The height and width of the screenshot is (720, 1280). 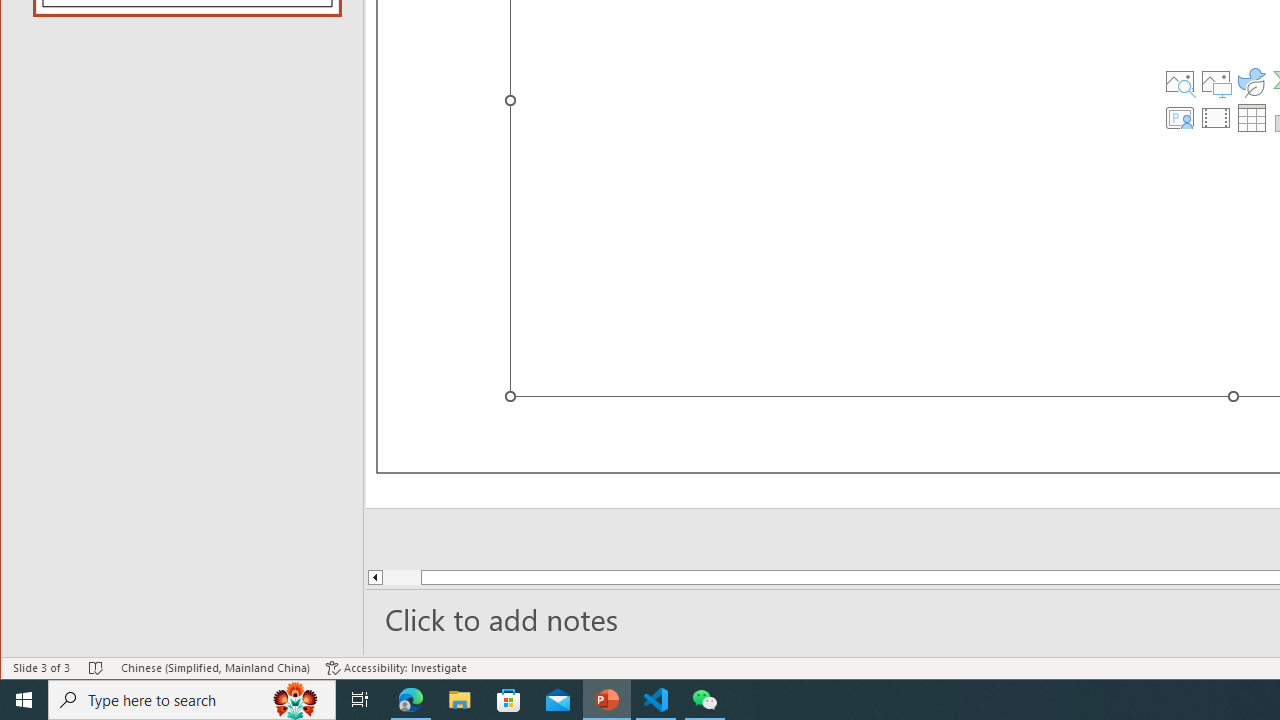 I want to click on 'Insert Table', so click(x=1251, y=118).